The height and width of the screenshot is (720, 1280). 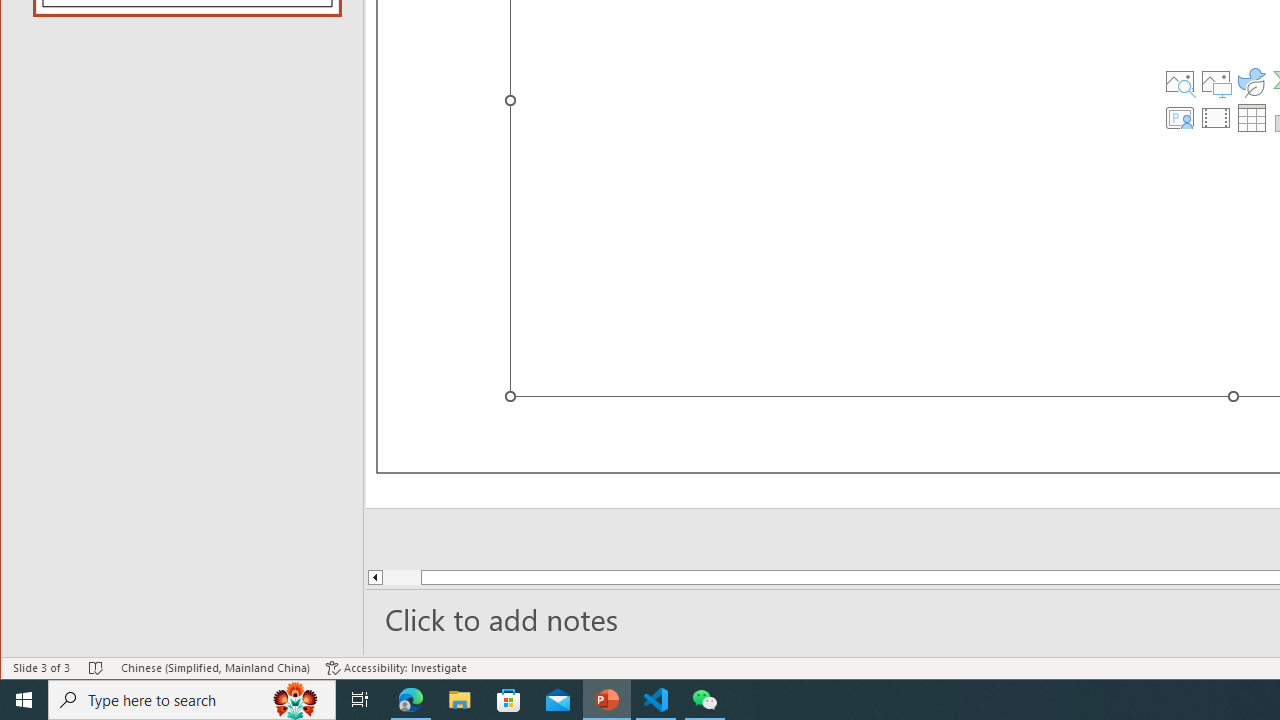 I want to click on 'Insert Table', so click(x=1251, y=118).